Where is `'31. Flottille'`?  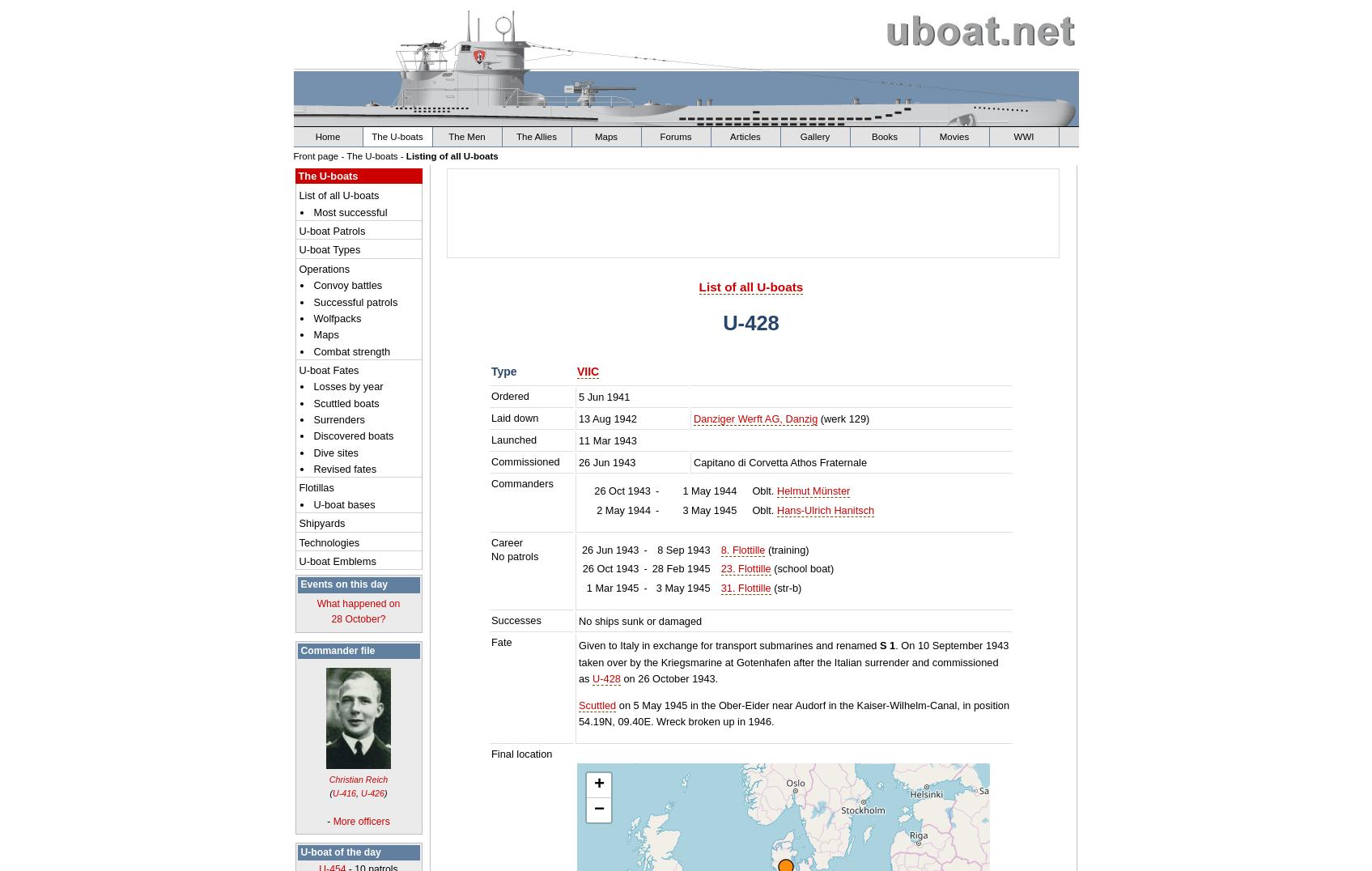
'31. Flottille' is located at coordinates (745, 587).